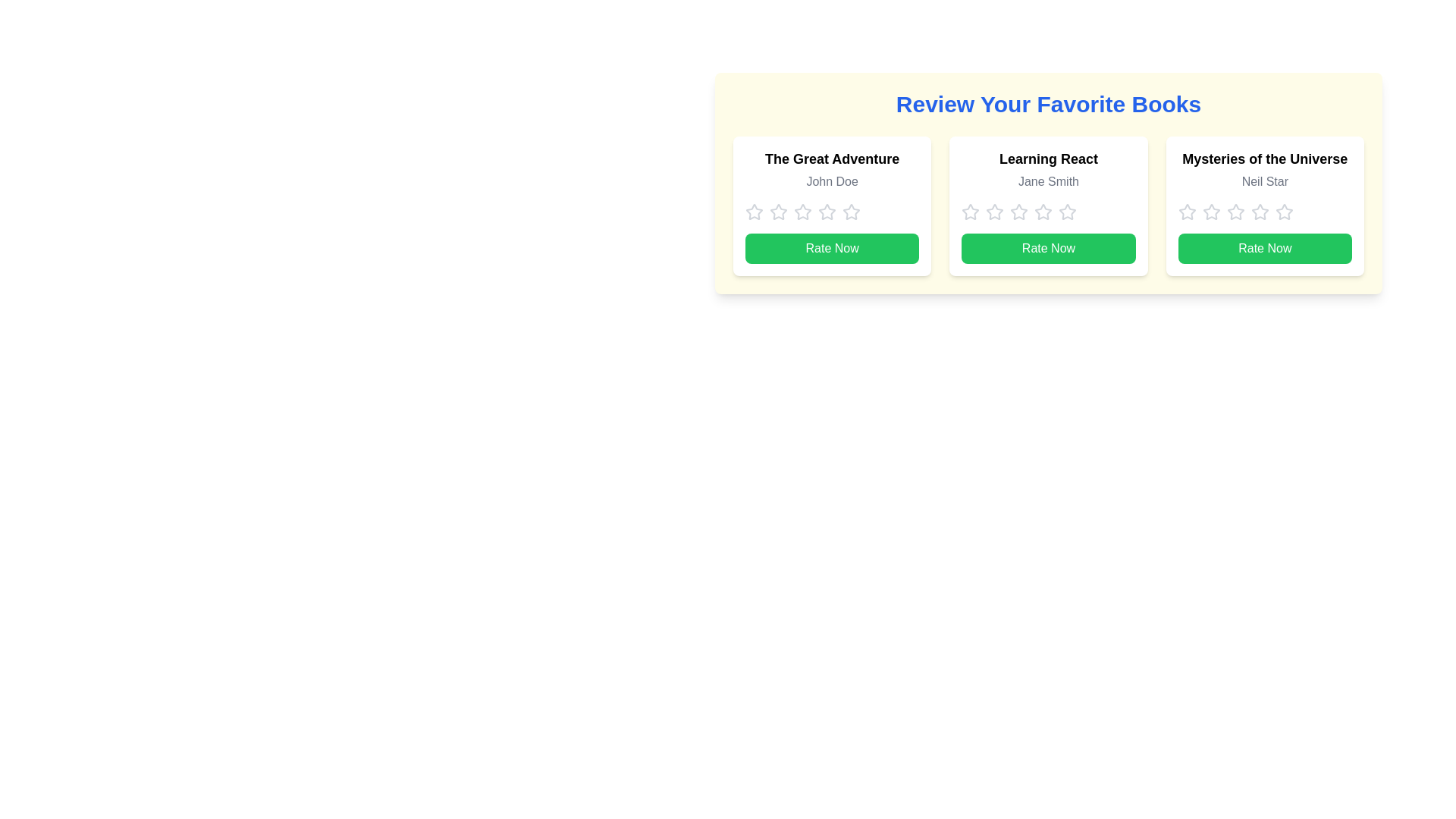 The image size is (1456, 819). Describe the element at coordinates (1260, 212) in the screenshot. I see `the third rating star in the rating widget of the card titled 'Mysteries of the Universe' by Neil Star` at that location.